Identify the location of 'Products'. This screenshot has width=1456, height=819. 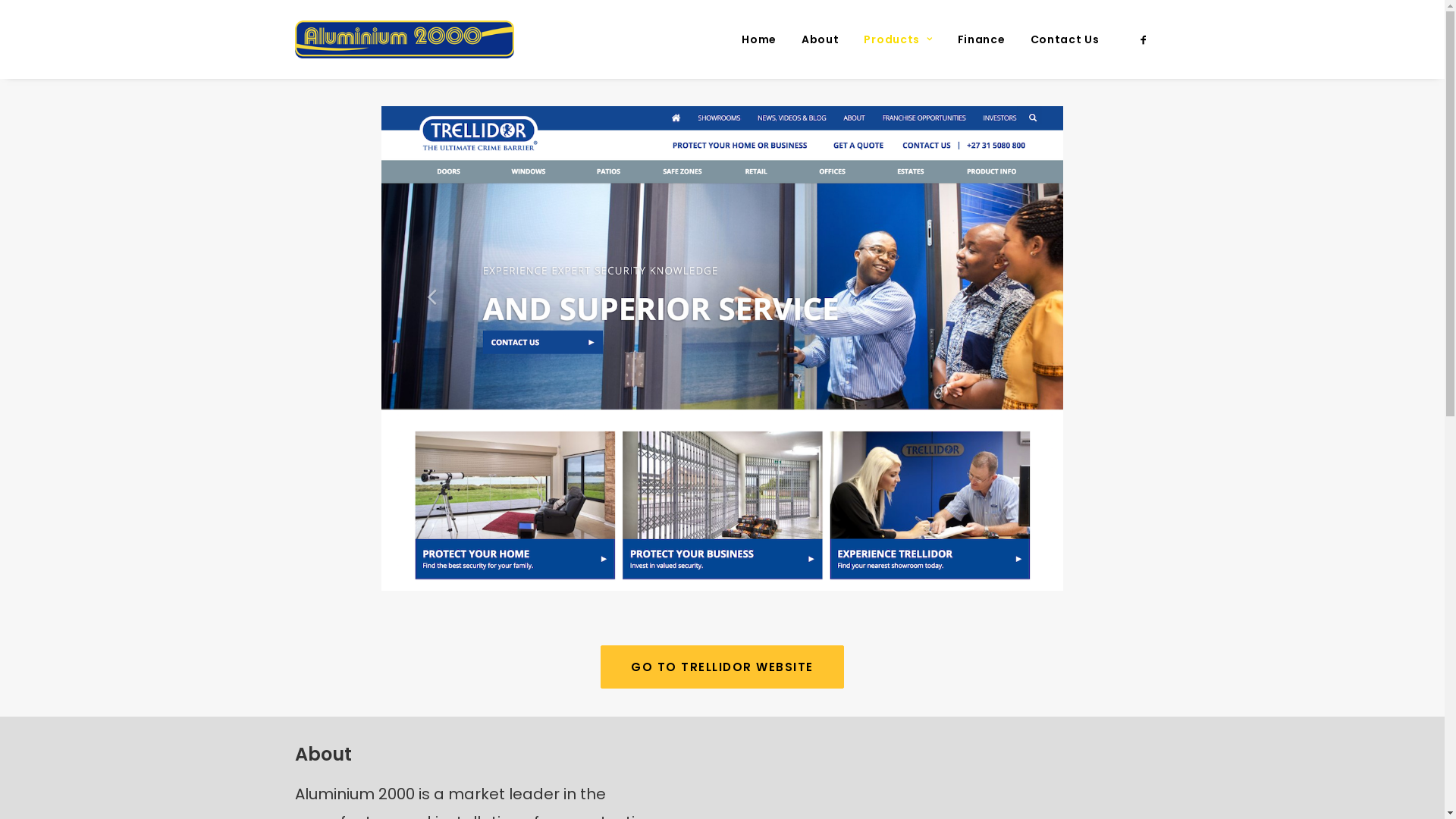
(898, 38).